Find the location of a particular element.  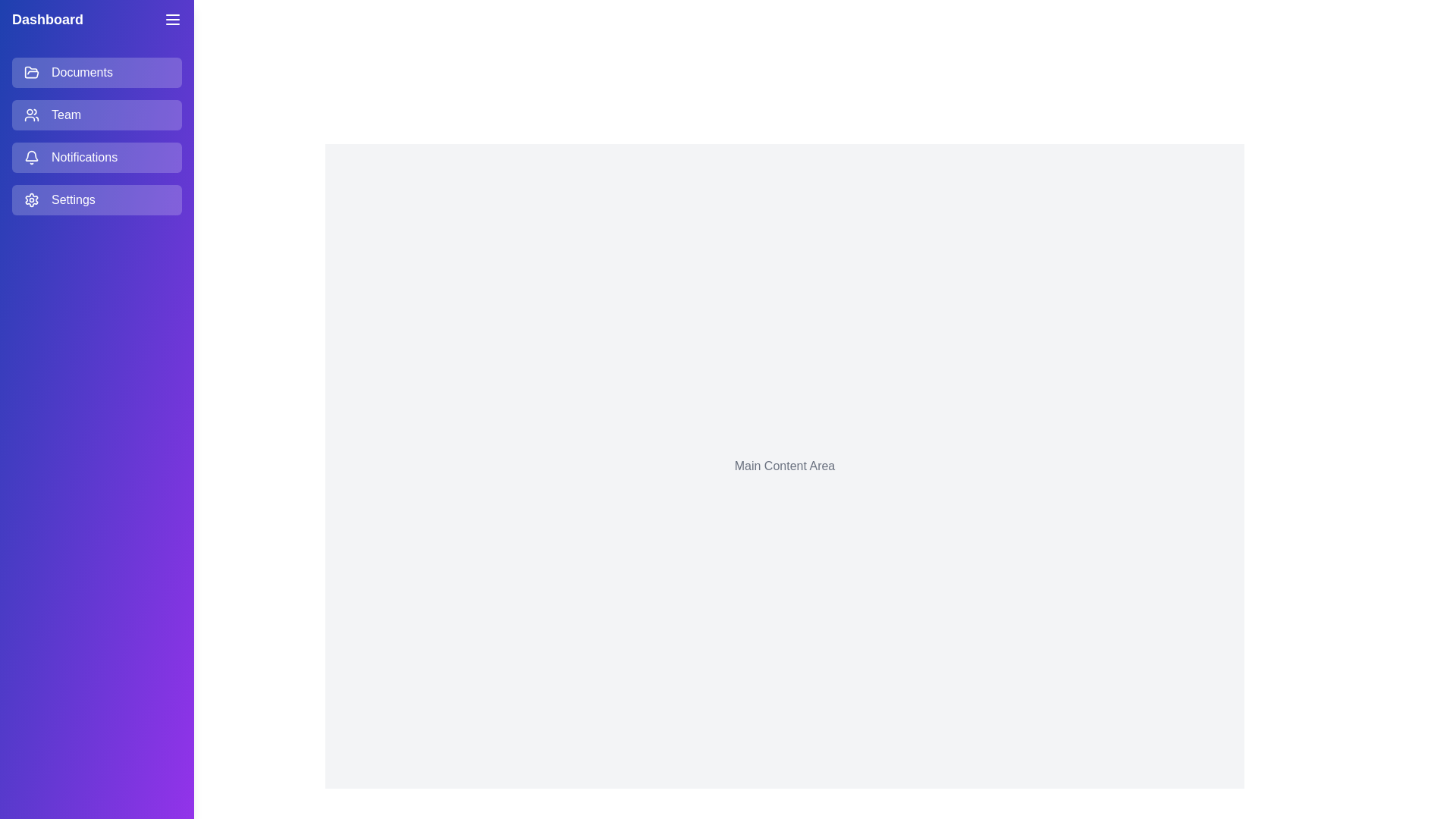

the menu button to toggle the drawer visibility is located at coordinates (172, 20).